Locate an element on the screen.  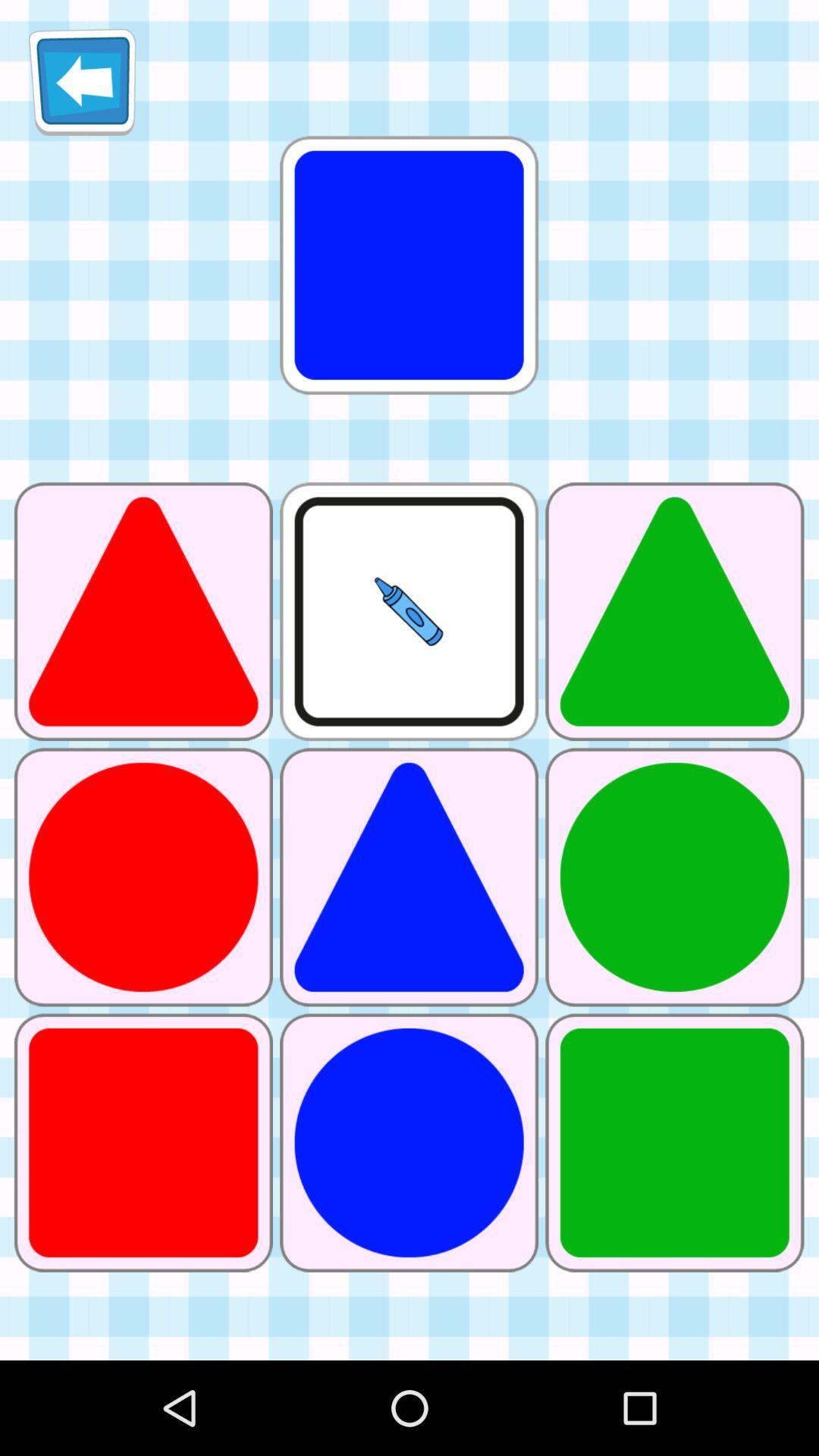
circle picture is located at coordinates (674, 877).